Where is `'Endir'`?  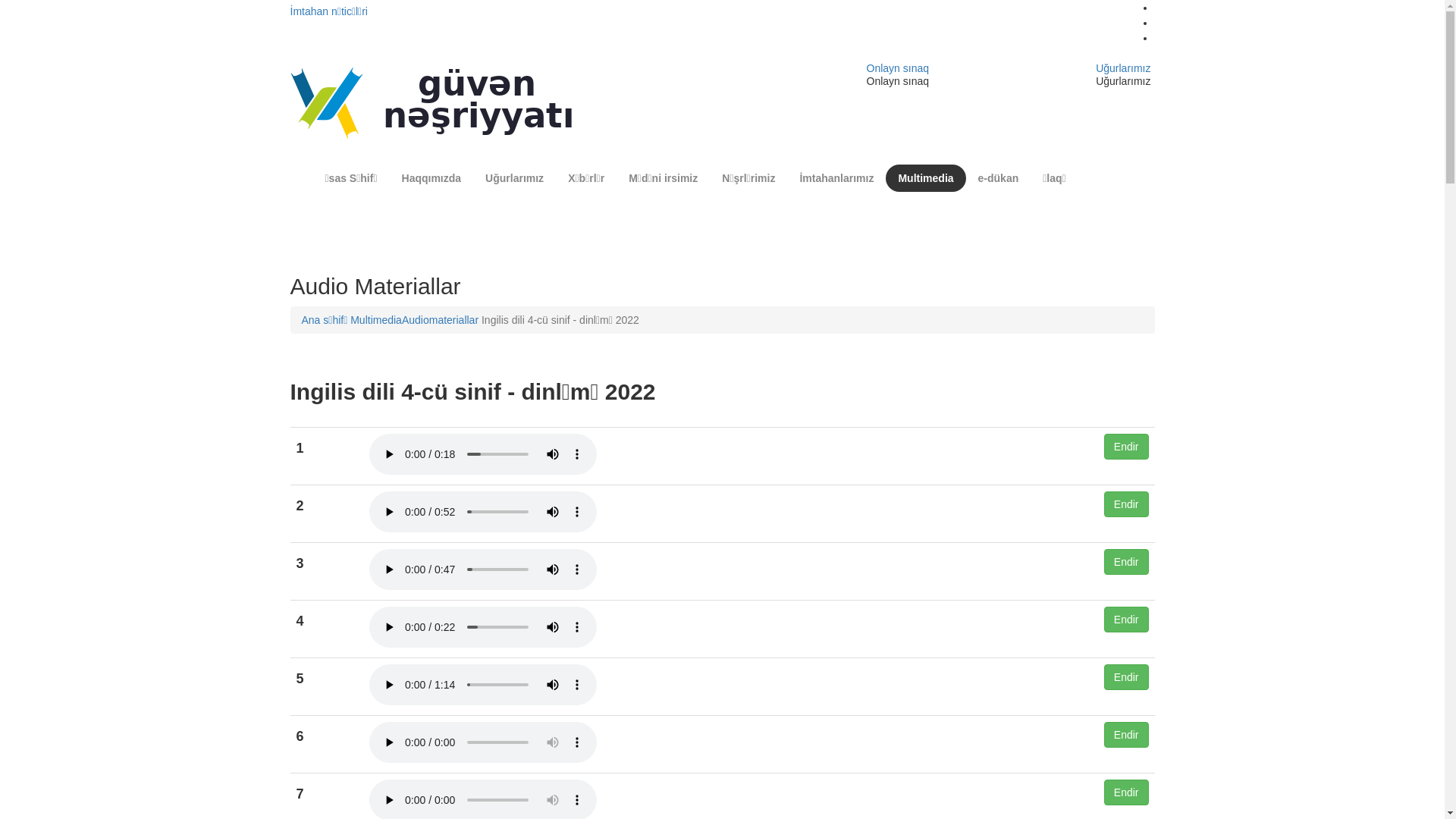 'Endir' is located at coordinates (1126, 446).